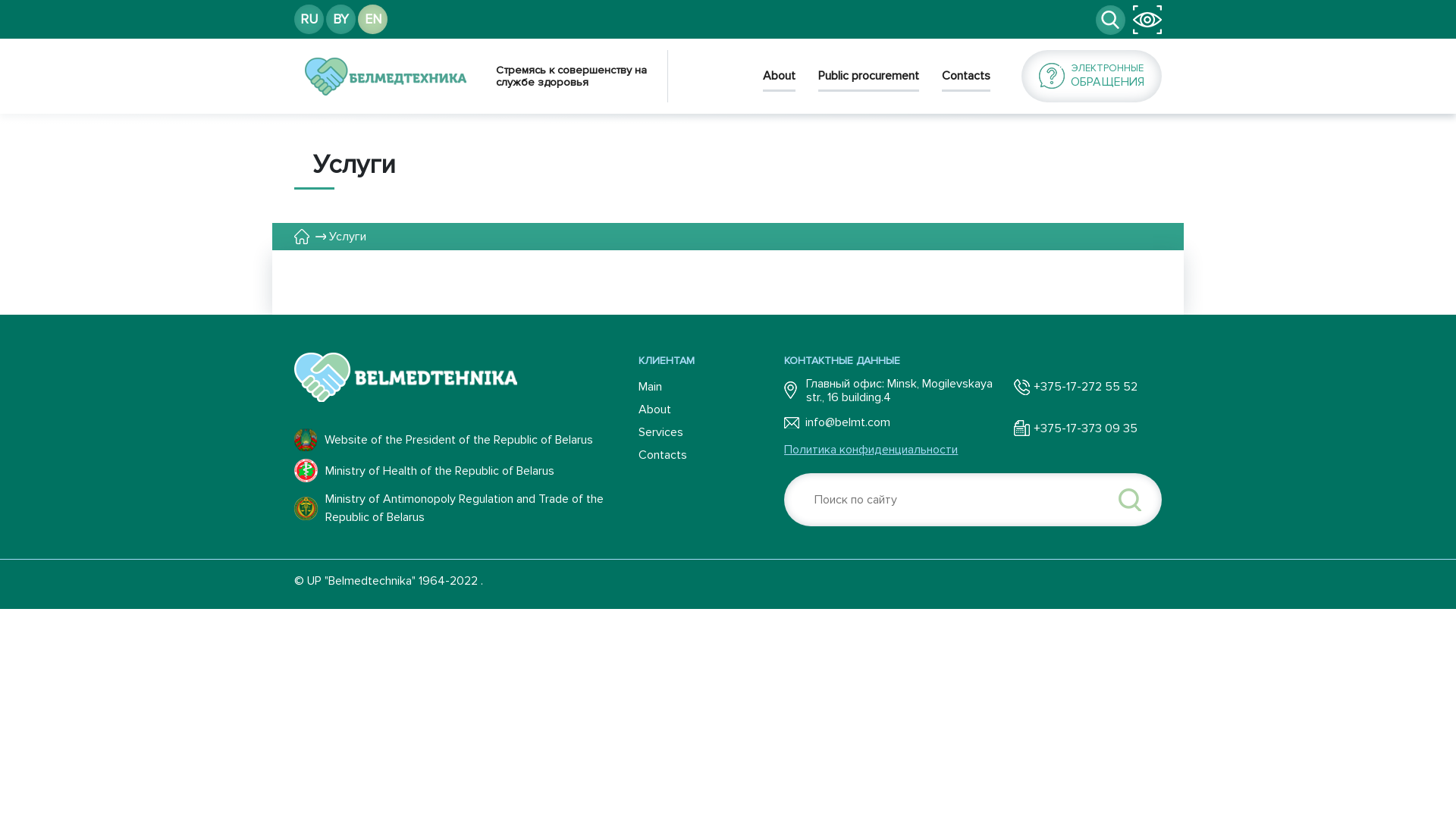 The height and width of the screenshot is (819, 1456). Describe the element at coordinates (868, 80) in the screenshot. I see `'Public procurement'` at that location.